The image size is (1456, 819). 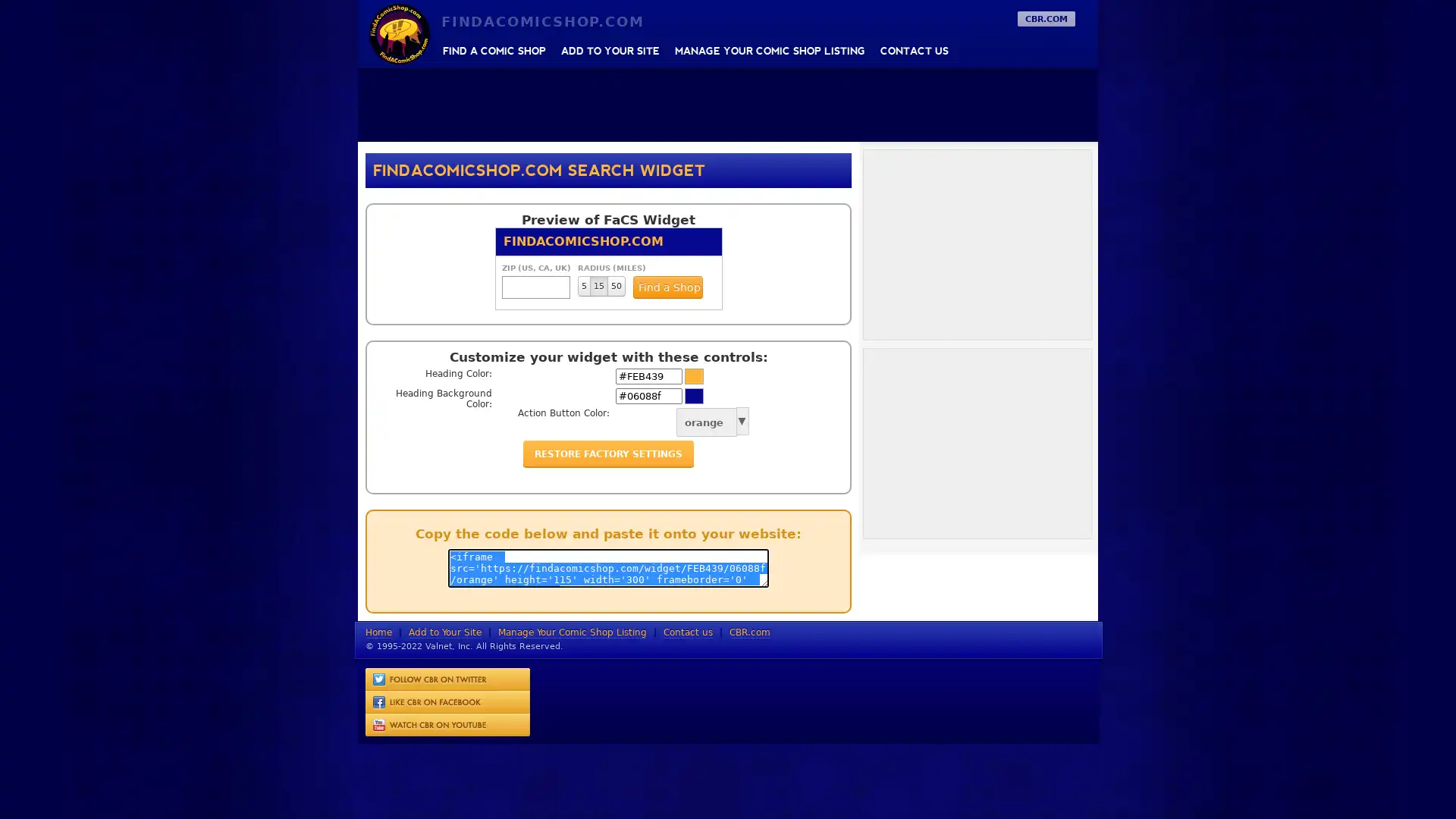 What do you see at coordinates (608, 453) in the screenshot?
I see `RESTORE FACTORY SETTINGS` at bounding box center [608, 453].